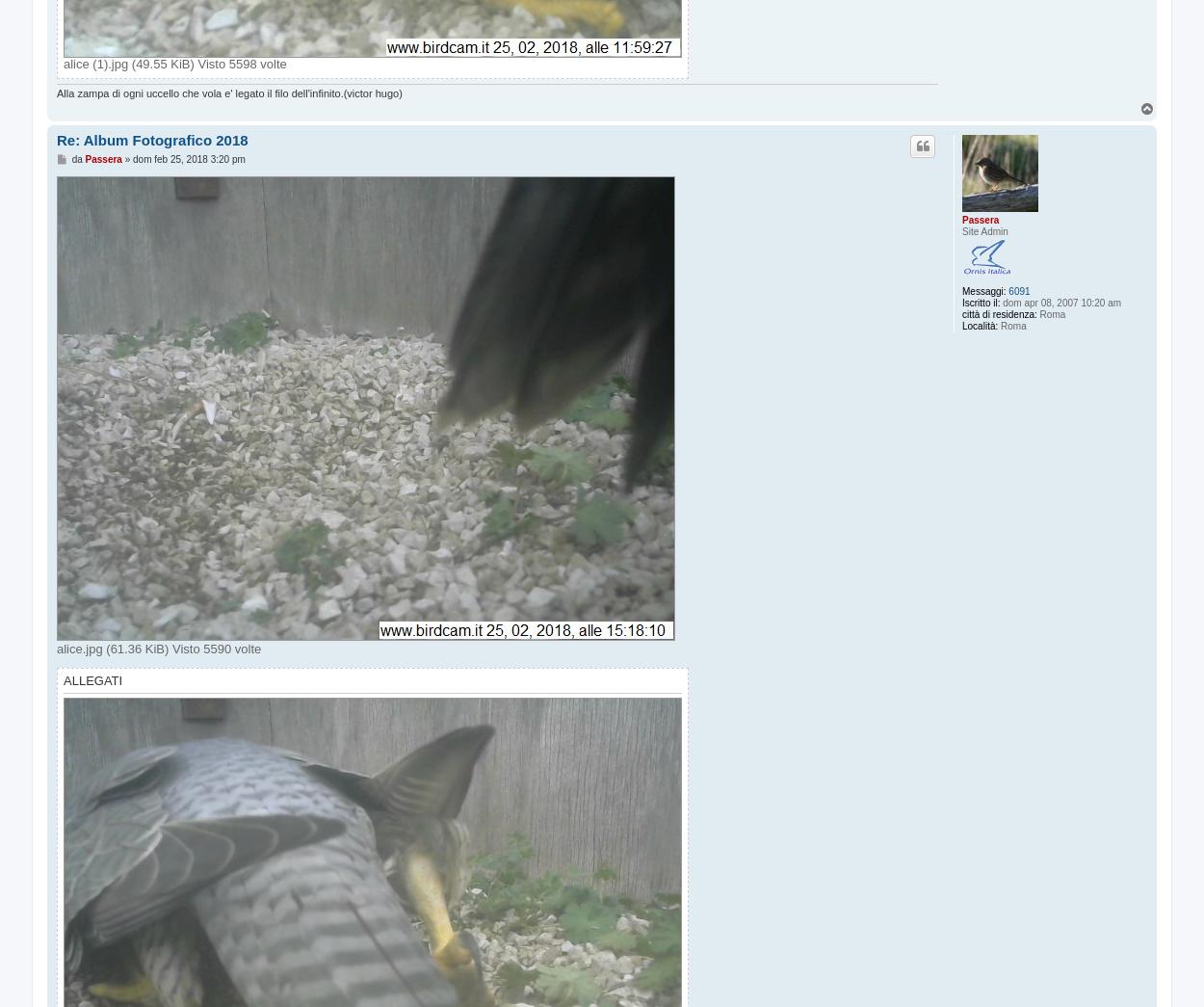  I want to click on 'Re: Album Fotografico 2018', so click(152, 138).